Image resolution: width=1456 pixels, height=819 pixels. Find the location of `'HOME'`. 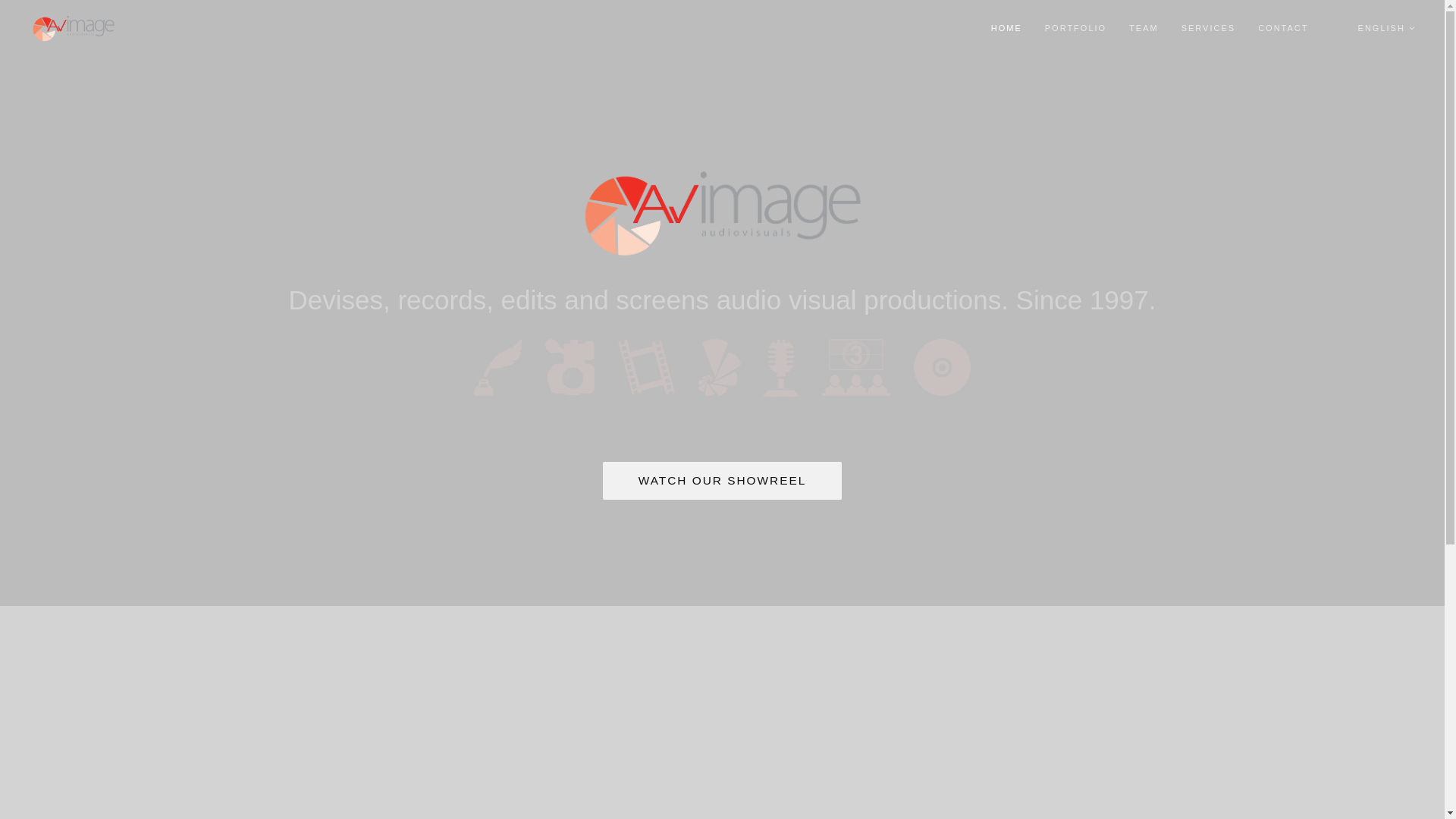

'HOME' is located at coordinates (990, 28).